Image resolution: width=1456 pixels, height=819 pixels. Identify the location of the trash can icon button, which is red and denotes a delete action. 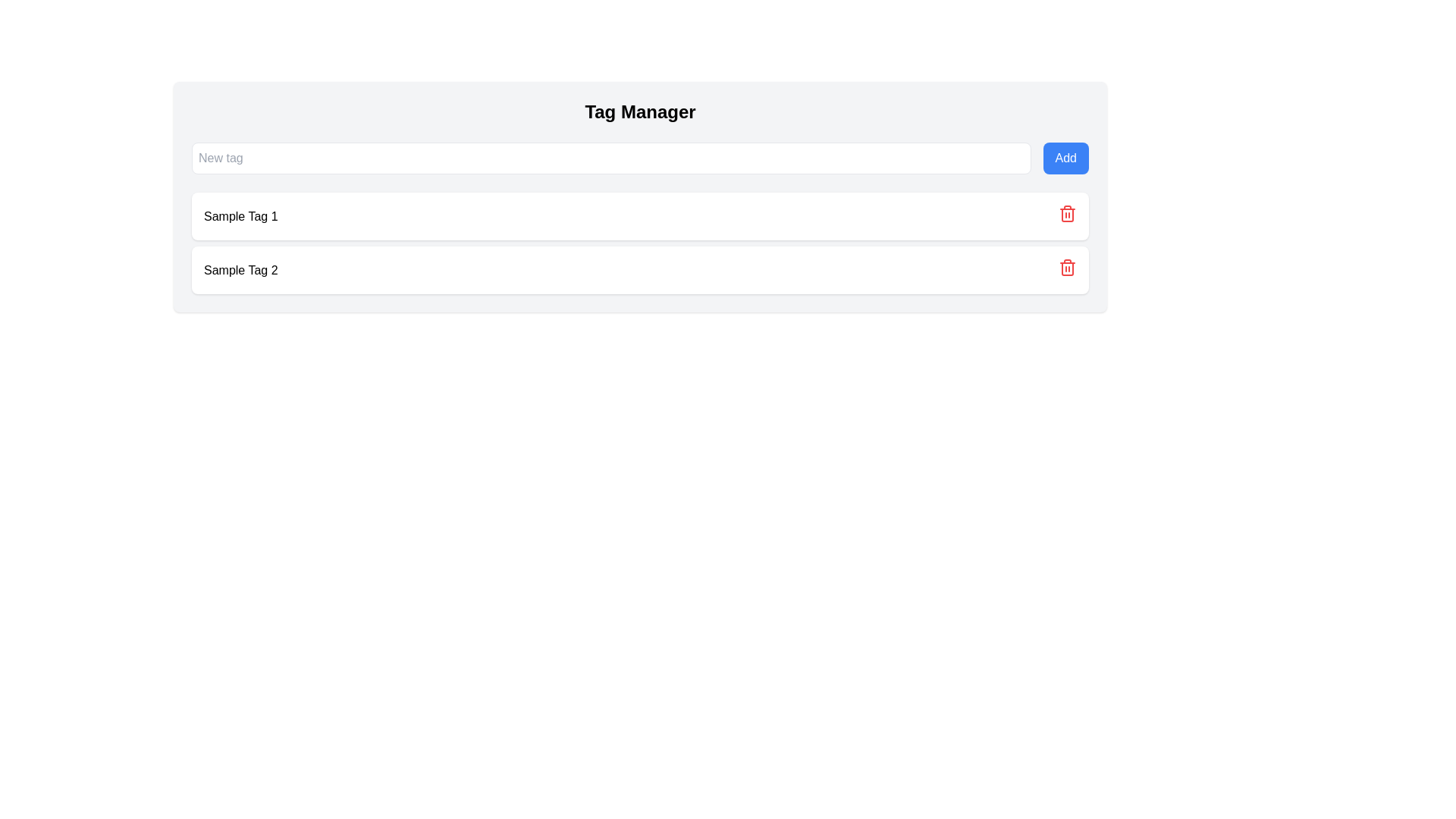
(1066, 216).